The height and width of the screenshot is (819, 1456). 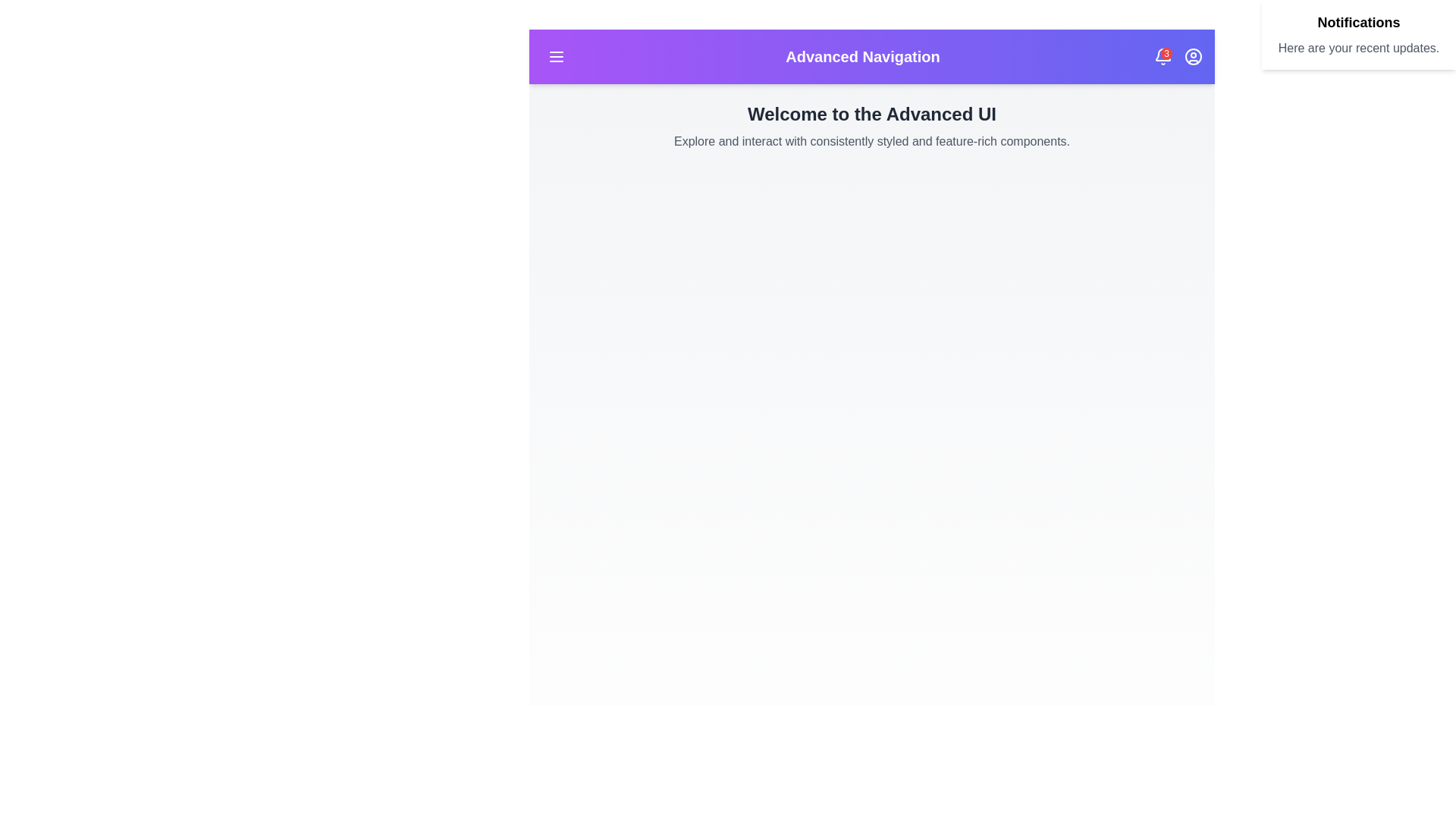 What do you see at coordinates (1162, 55) in the screenshot?
I see `the notification bell icon to view recent notifications` at bounding box center [1162, 55].